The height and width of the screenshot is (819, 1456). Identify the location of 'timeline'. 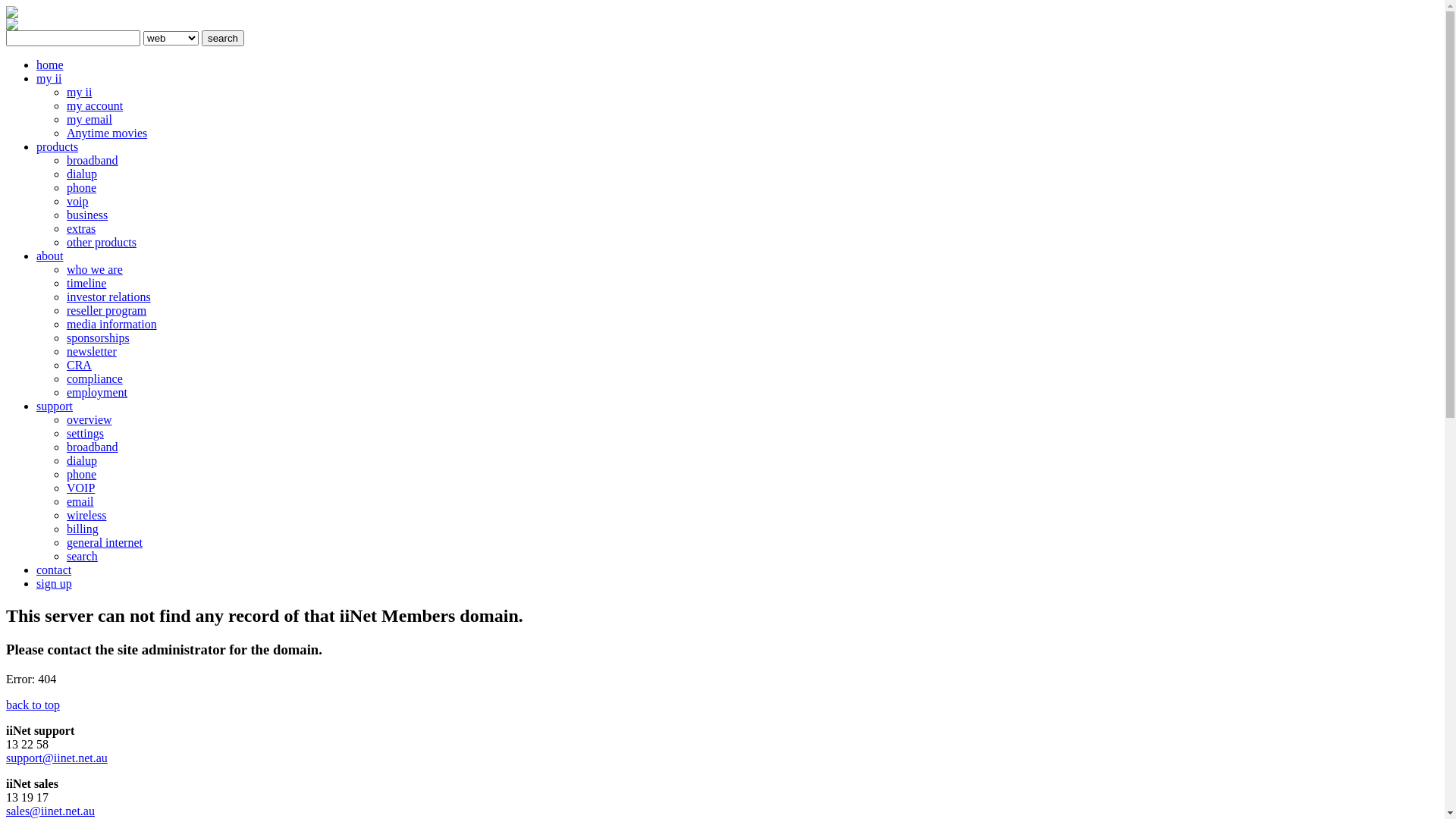
(86, 283).